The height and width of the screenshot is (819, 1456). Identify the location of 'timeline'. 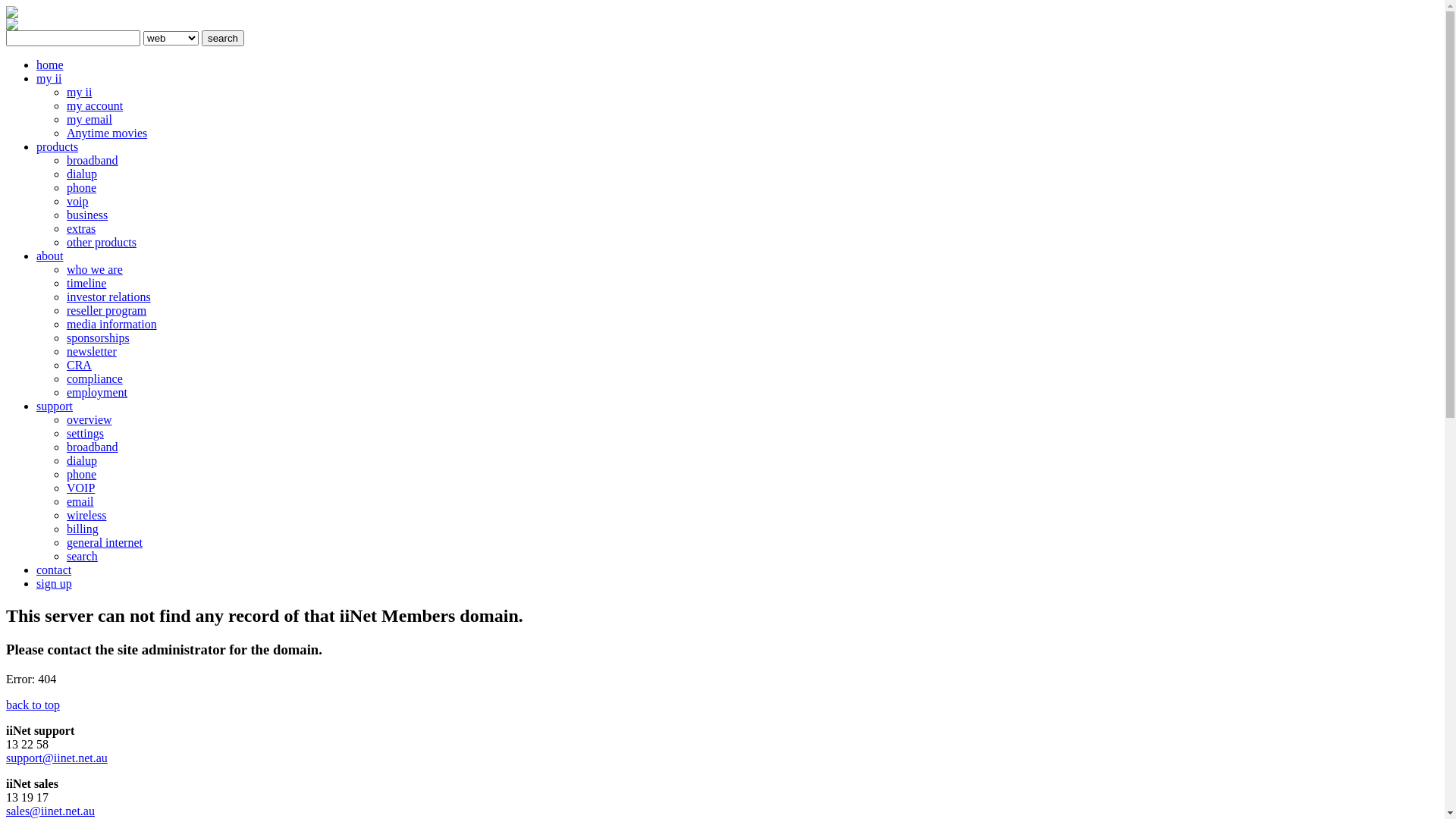
(86, 283).